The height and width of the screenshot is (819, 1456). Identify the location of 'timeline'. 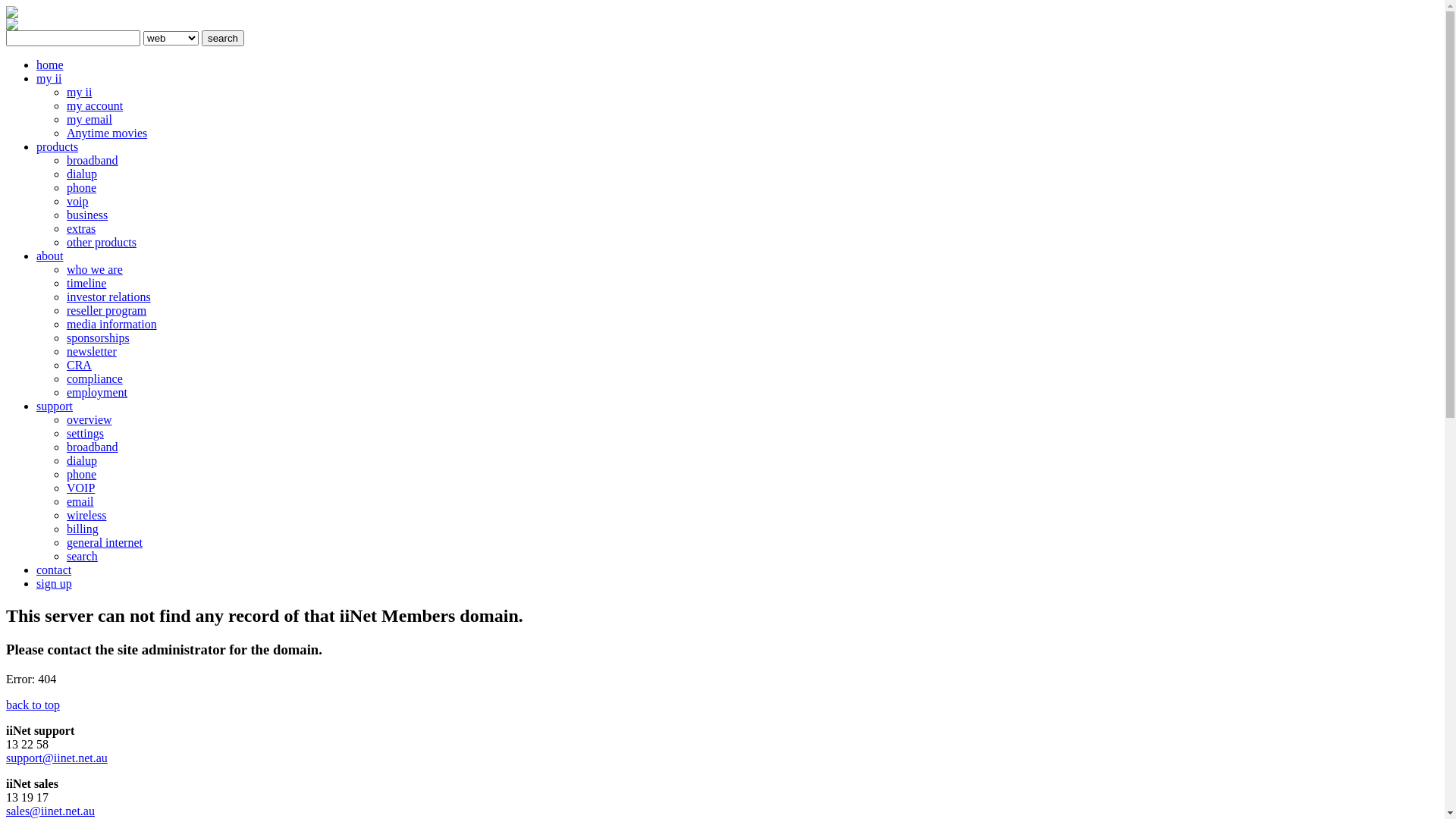
(86, 283).